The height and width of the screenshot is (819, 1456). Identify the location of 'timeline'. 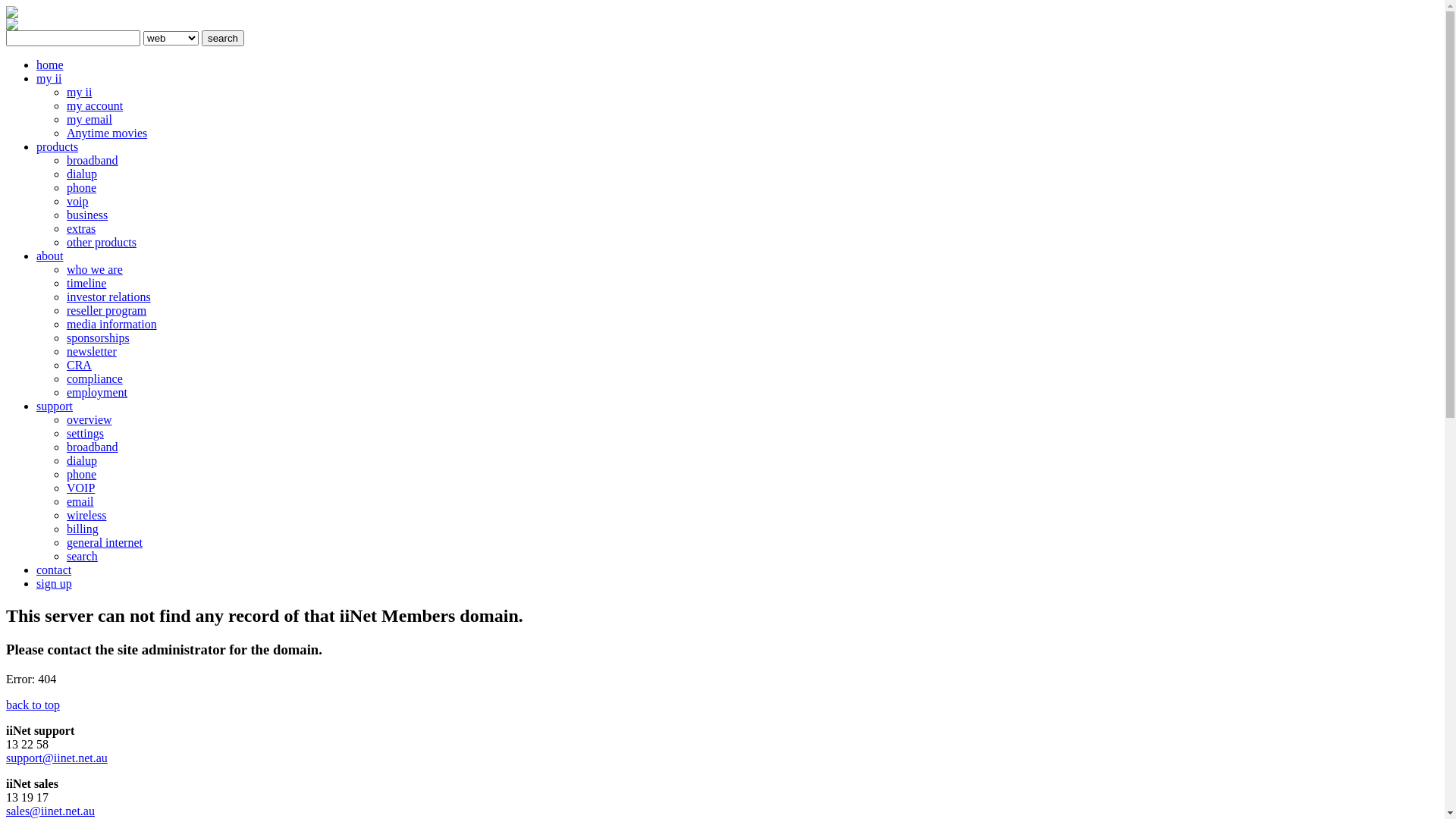
(86, 283).